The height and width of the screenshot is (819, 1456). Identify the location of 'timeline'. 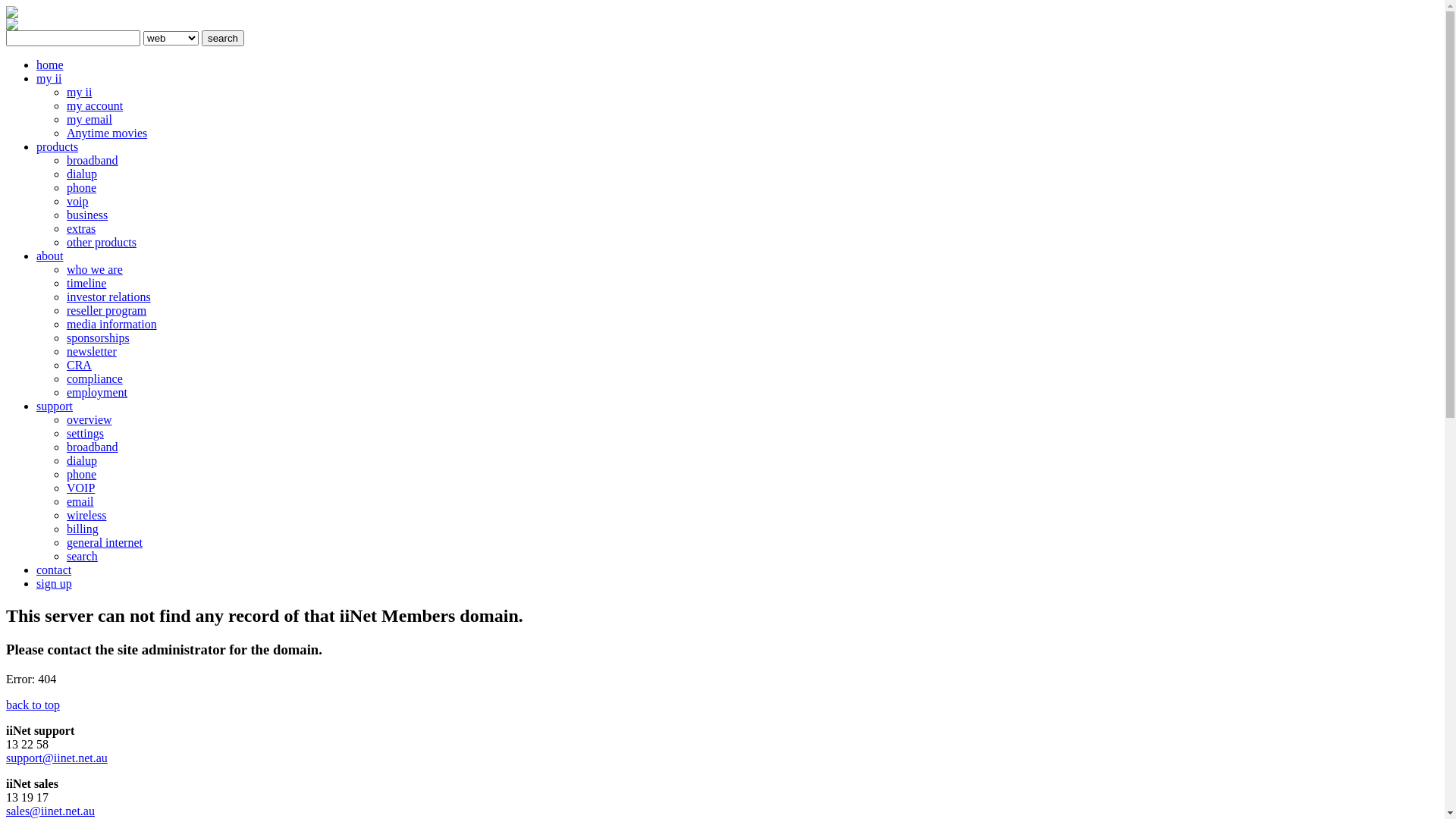
(86, 283).